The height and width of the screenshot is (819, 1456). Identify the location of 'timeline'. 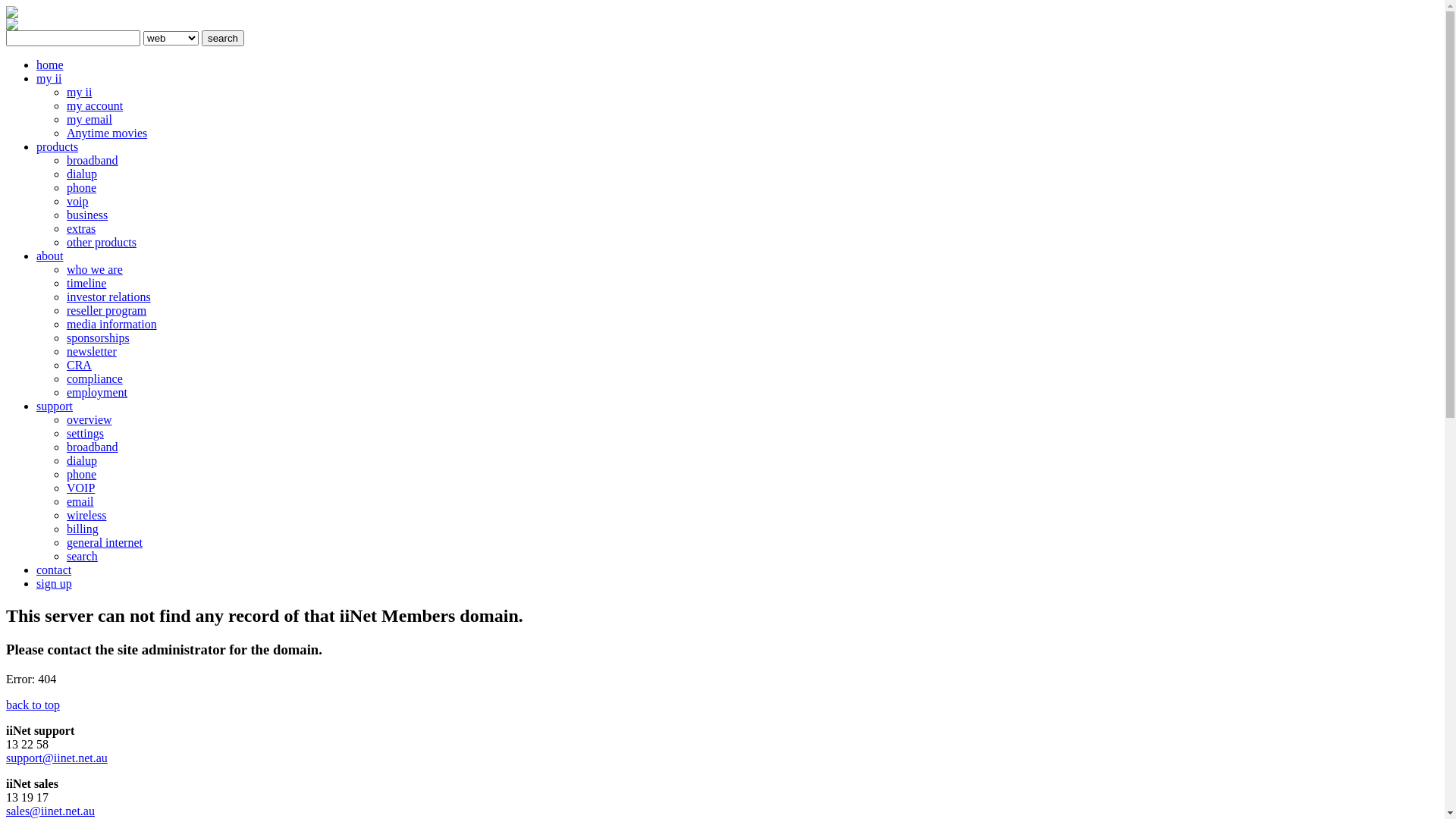
(86, 283).